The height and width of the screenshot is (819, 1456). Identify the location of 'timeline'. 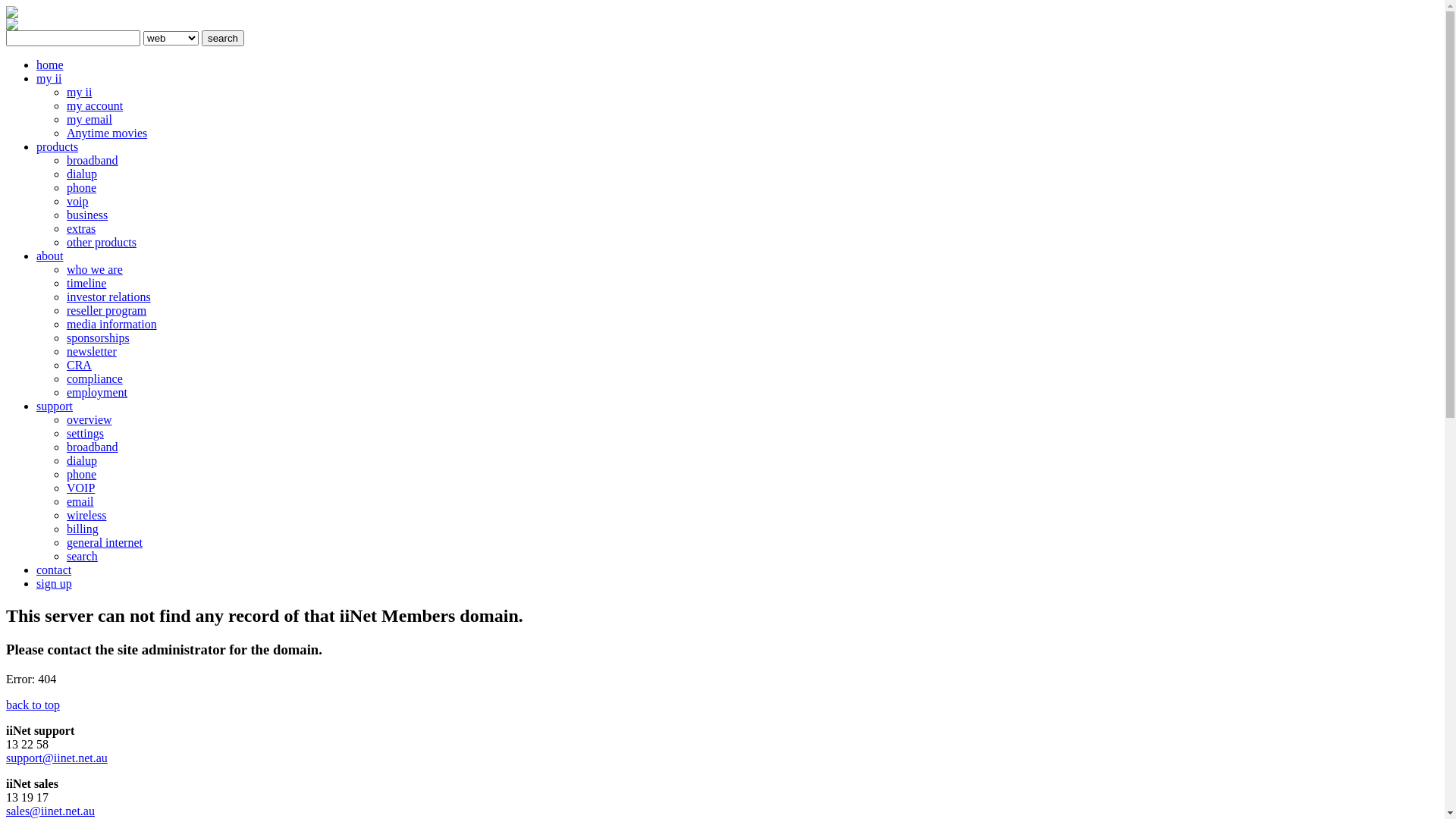
(86, 283).